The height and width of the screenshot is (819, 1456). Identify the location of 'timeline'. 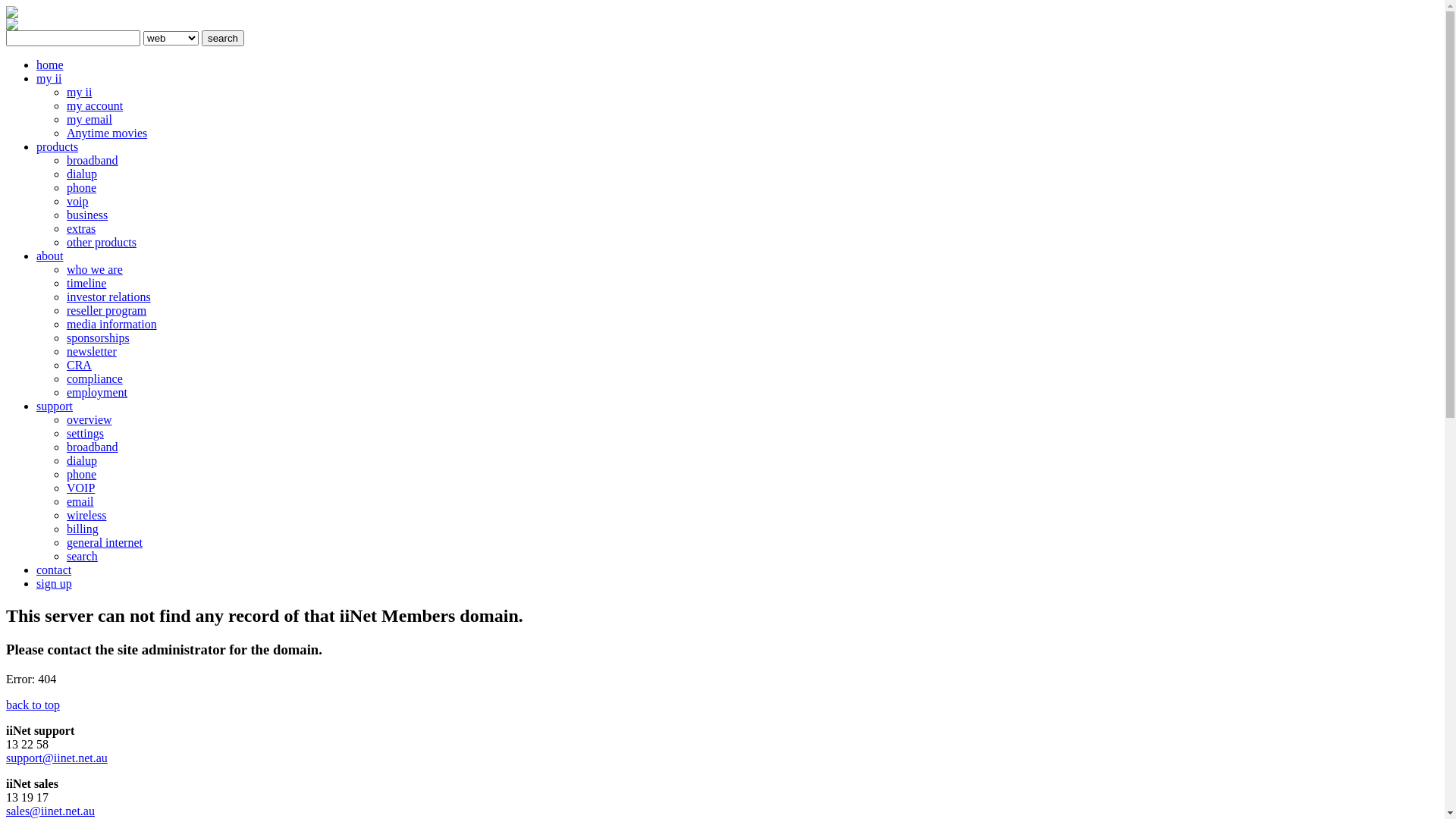
(86, 283).